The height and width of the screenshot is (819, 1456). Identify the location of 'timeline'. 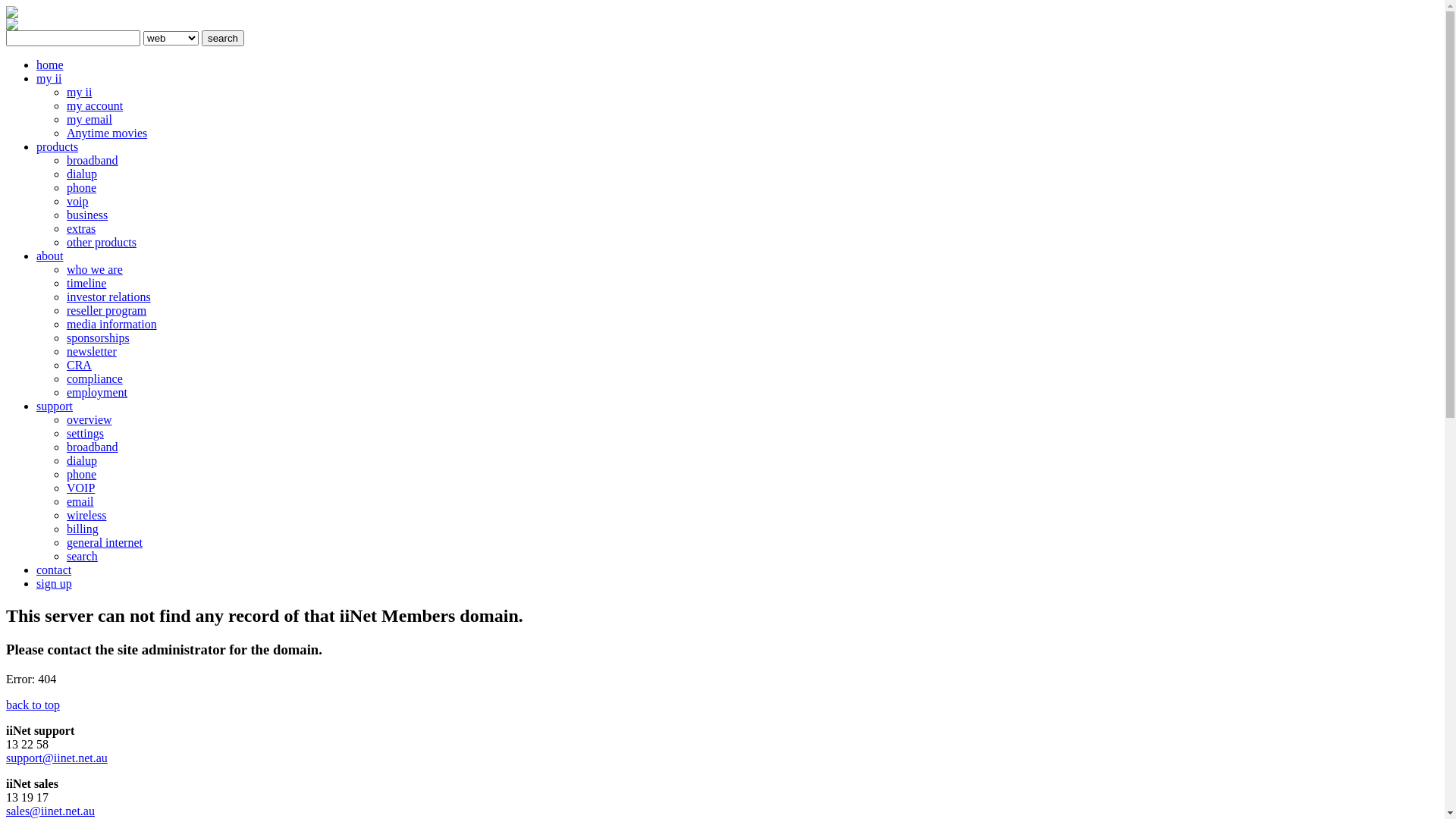
(86, 283).